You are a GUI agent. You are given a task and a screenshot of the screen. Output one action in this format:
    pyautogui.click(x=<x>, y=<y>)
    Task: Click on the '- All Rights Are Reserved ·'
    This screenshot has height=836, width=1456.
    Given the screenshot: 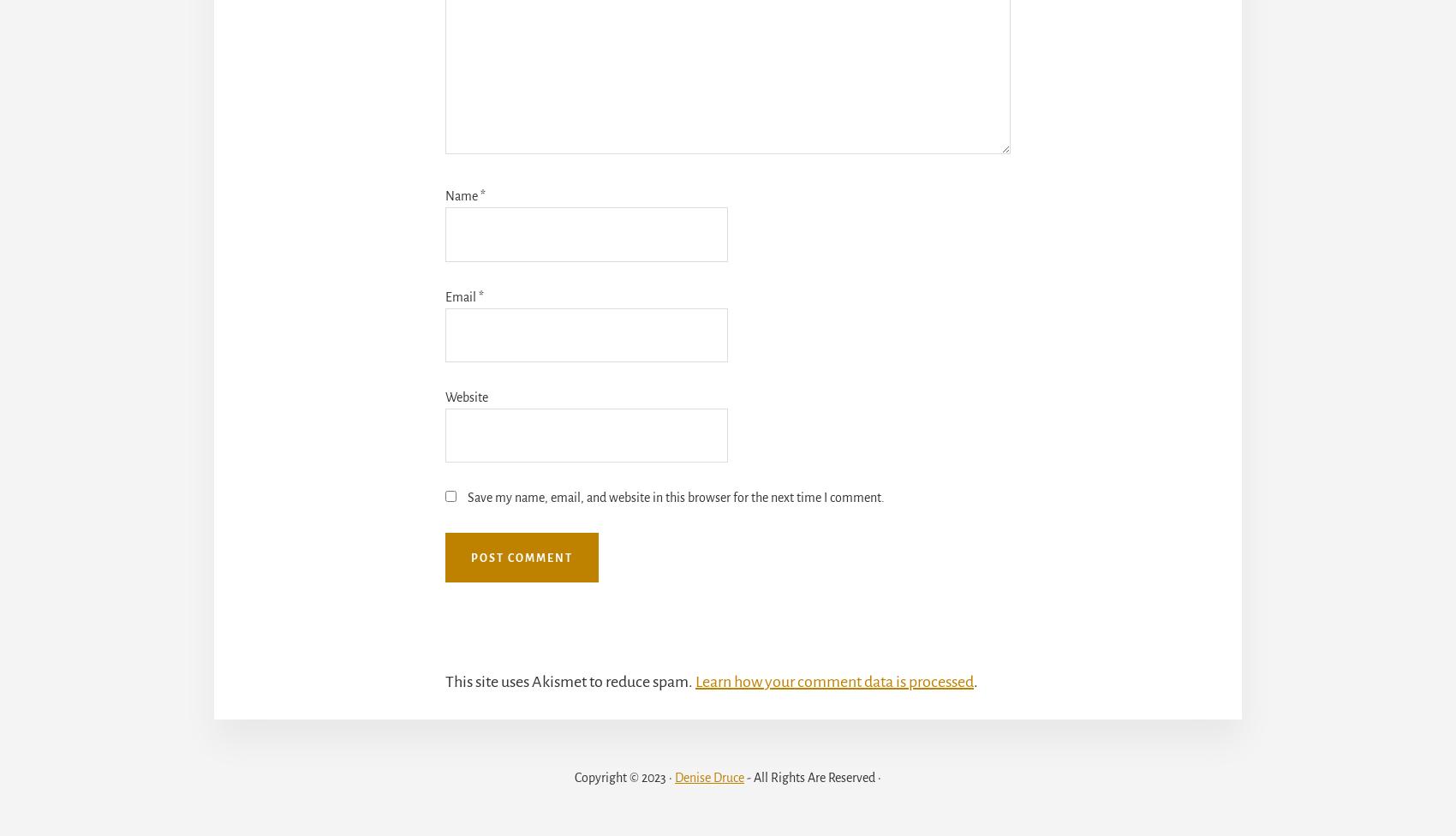 What is the action you would take?
    pyautogui.click(x=812, y=776)
    